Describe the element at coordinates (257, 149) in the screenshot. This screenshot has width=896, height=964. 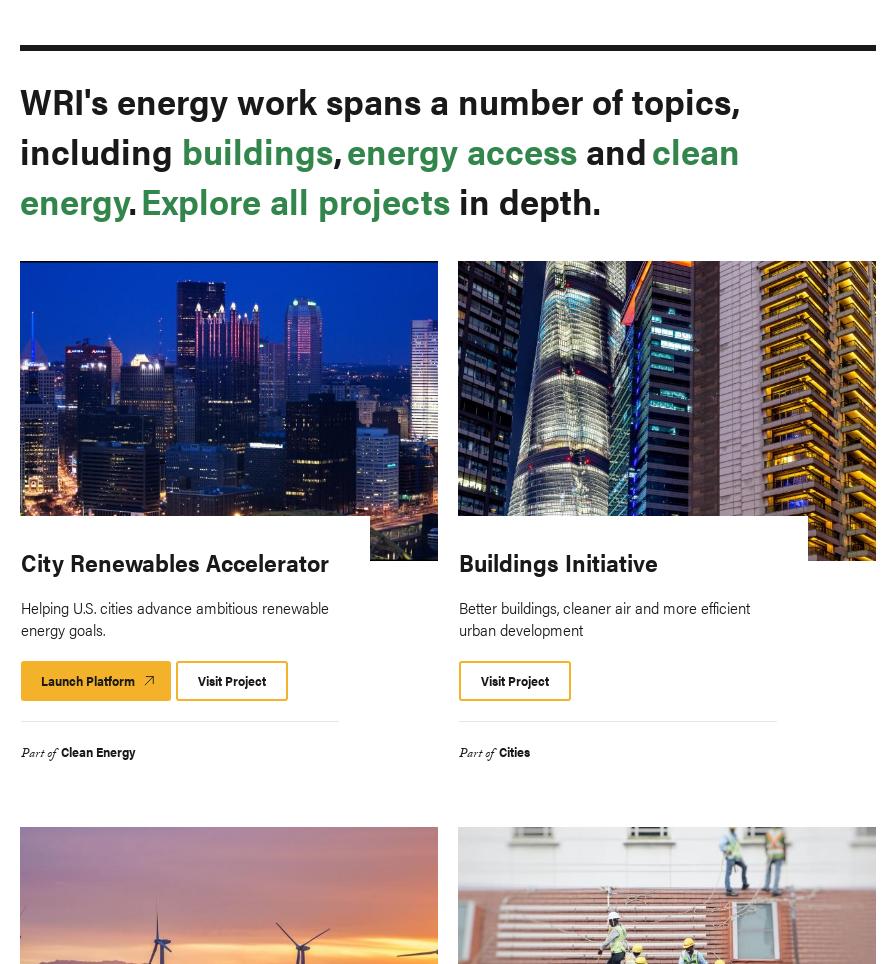
I see `'buildings'` at that location.